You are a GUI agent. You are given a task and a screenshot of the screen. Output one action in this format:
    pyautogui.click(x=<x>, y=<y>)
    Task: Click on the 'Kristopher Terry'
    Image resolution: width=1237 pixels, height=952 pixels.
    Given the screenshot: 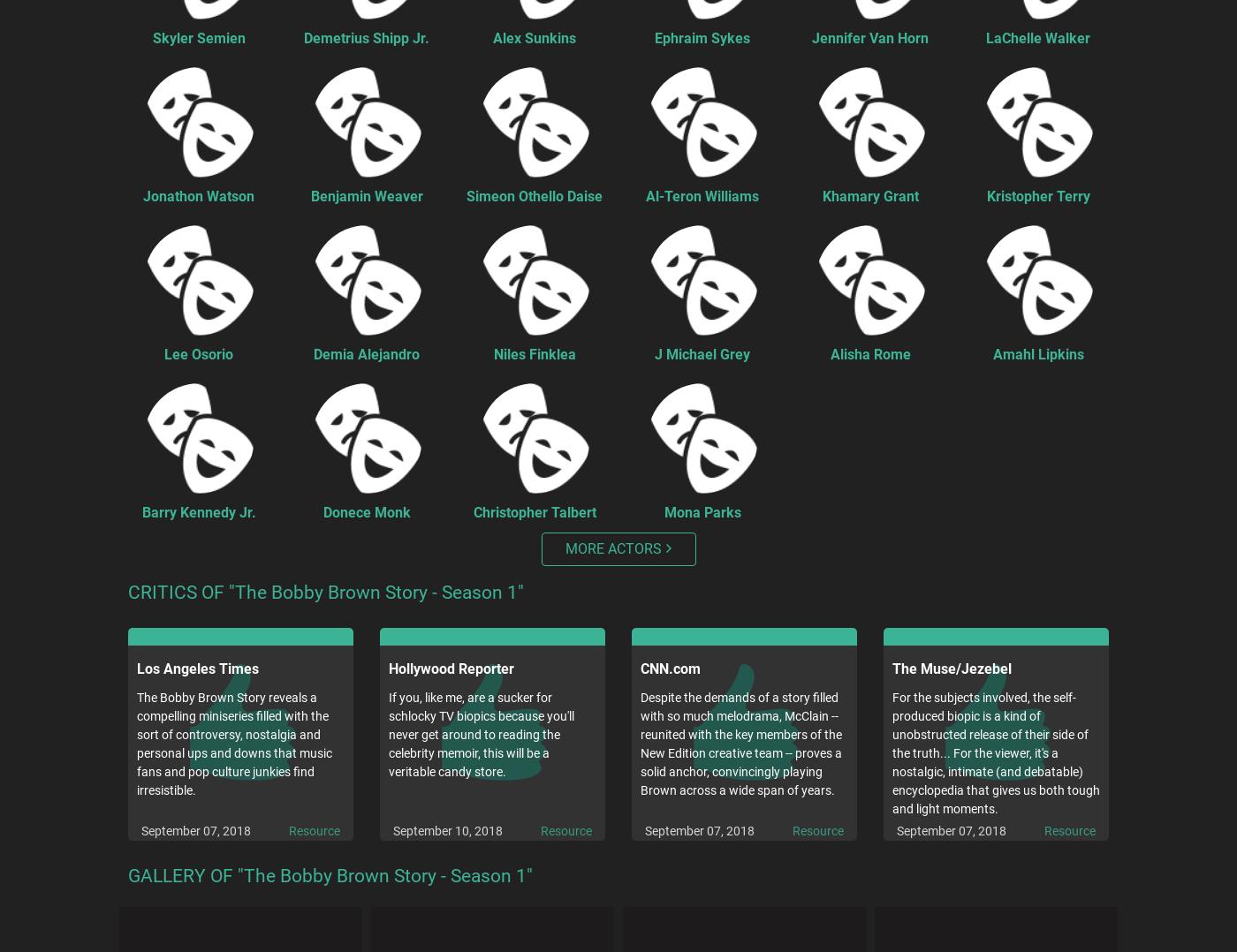 What is the action you would take?
    pyautogui.click(x=1037, y=195)
    